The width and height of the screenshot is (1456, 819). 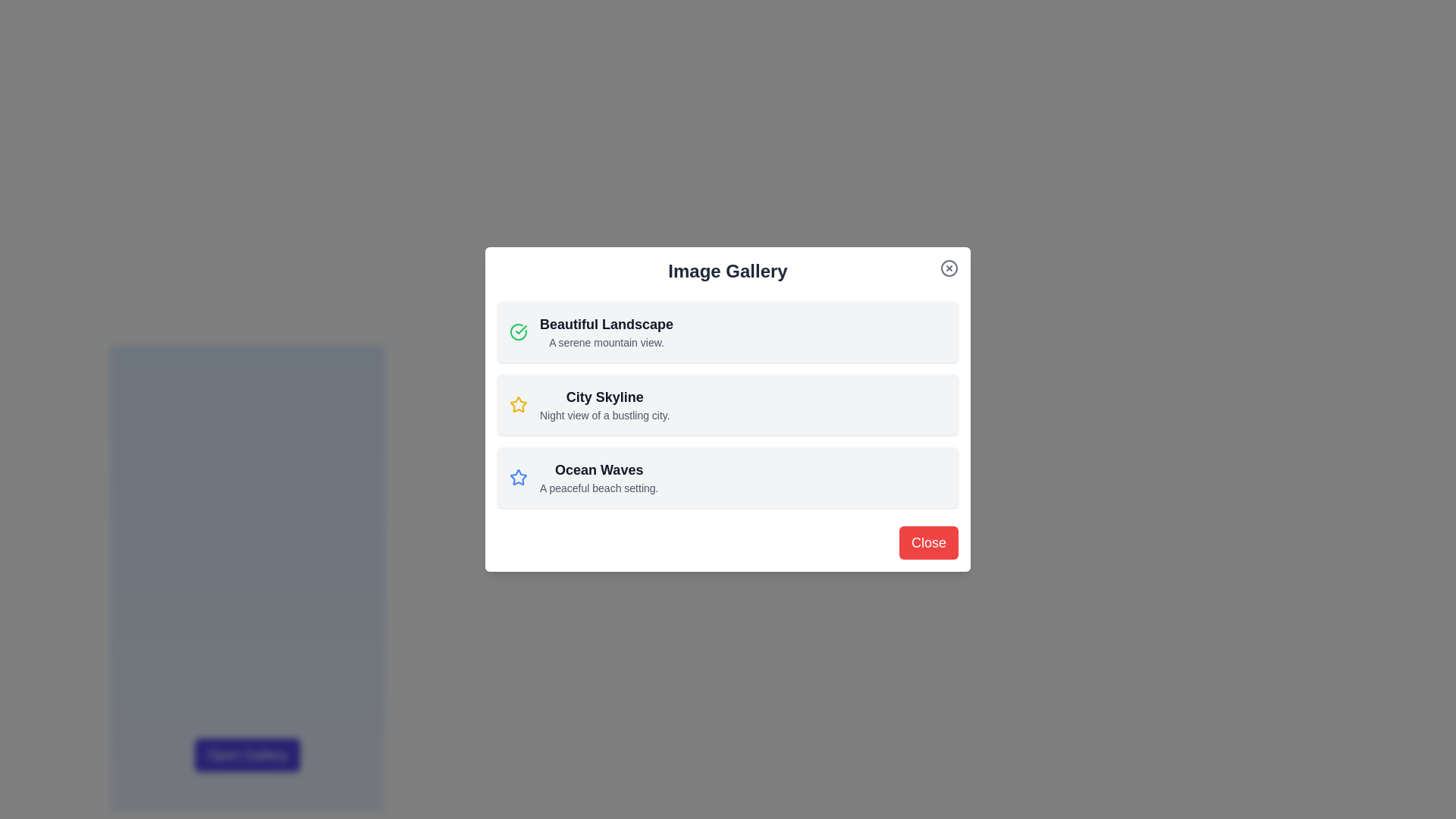 I want to click on the informational card displaying 'Beautiful Landscape' located in the center of the modal, so click(x=728, y=331).